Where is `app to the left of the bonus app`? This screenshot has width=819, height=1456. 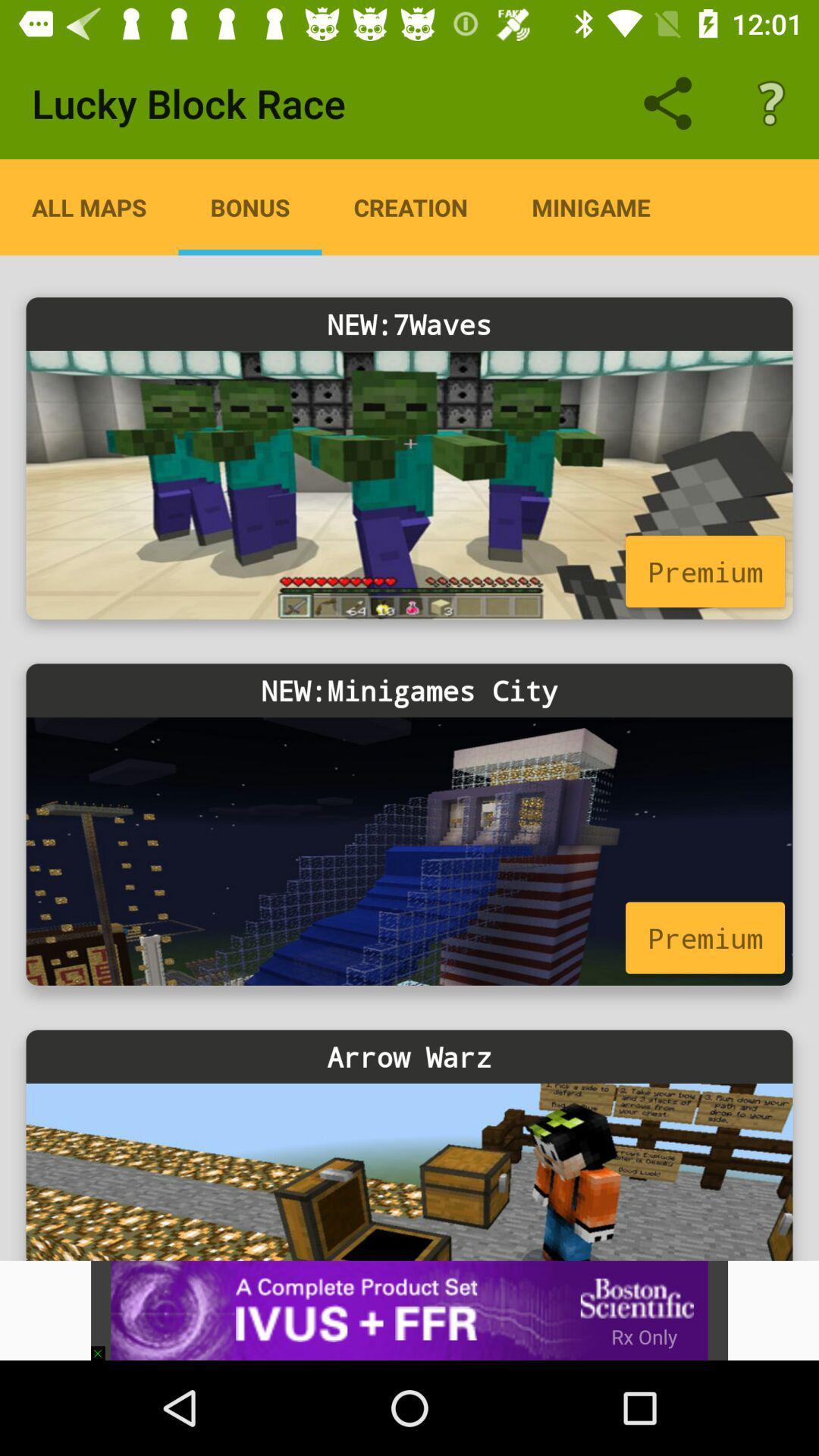 app to the left of the bonus app is located at coordinates (89, 206).